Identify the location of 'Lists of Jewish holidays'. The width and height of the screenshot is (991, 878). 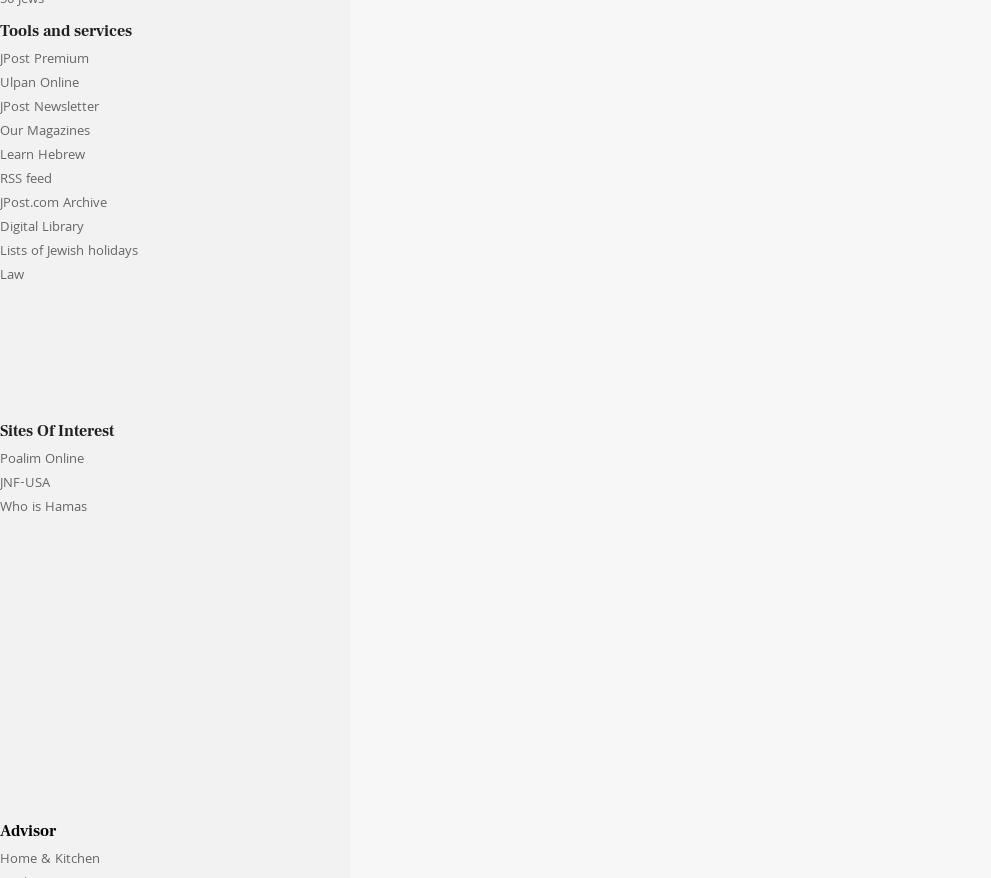
(68, 251).